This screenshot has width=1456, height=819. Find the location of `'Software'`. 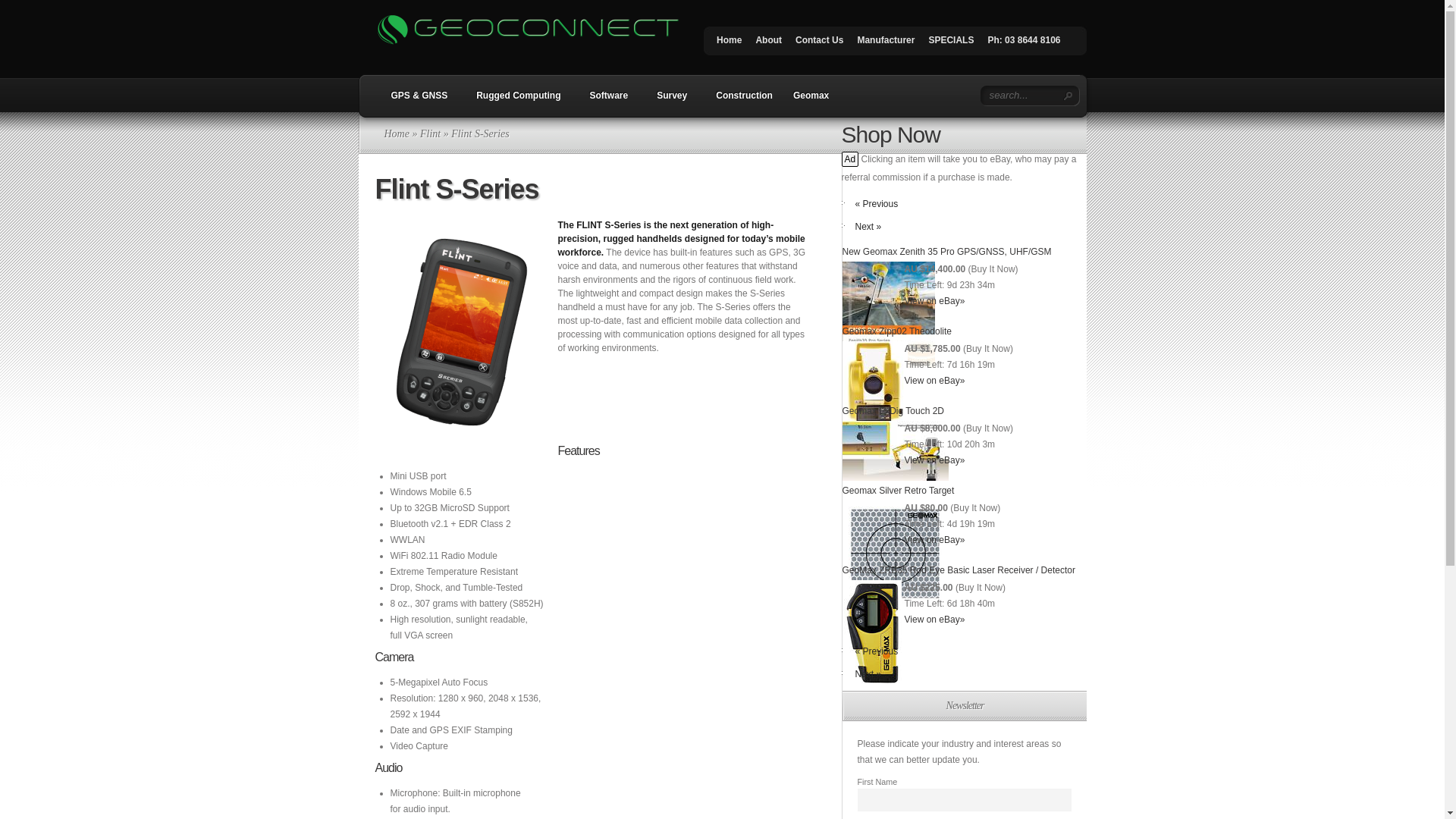

'Software' is located at coordinates (604, 100).